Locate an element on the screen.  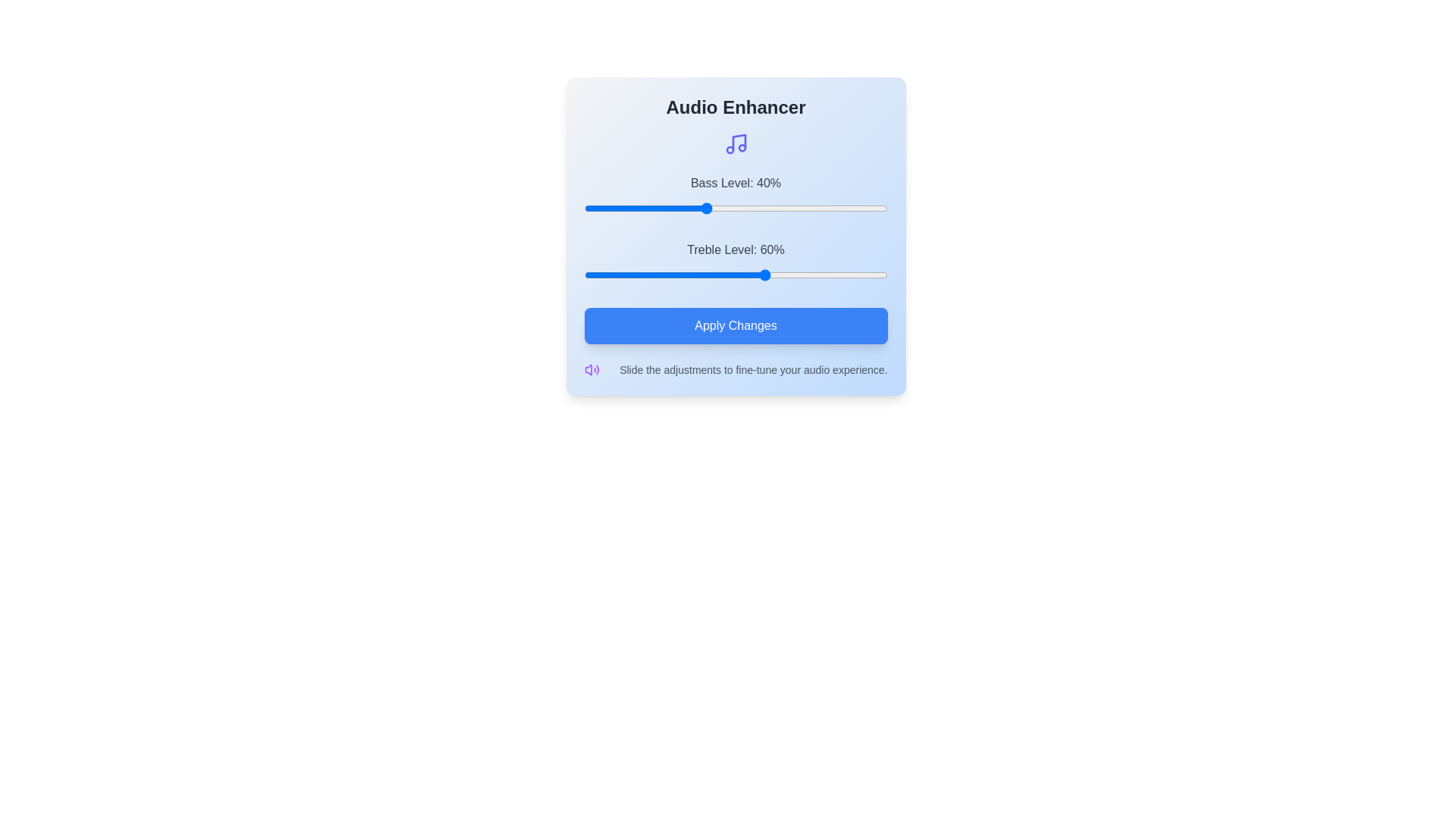
the bass level slider to 56% is located at coordinates (754, 208).